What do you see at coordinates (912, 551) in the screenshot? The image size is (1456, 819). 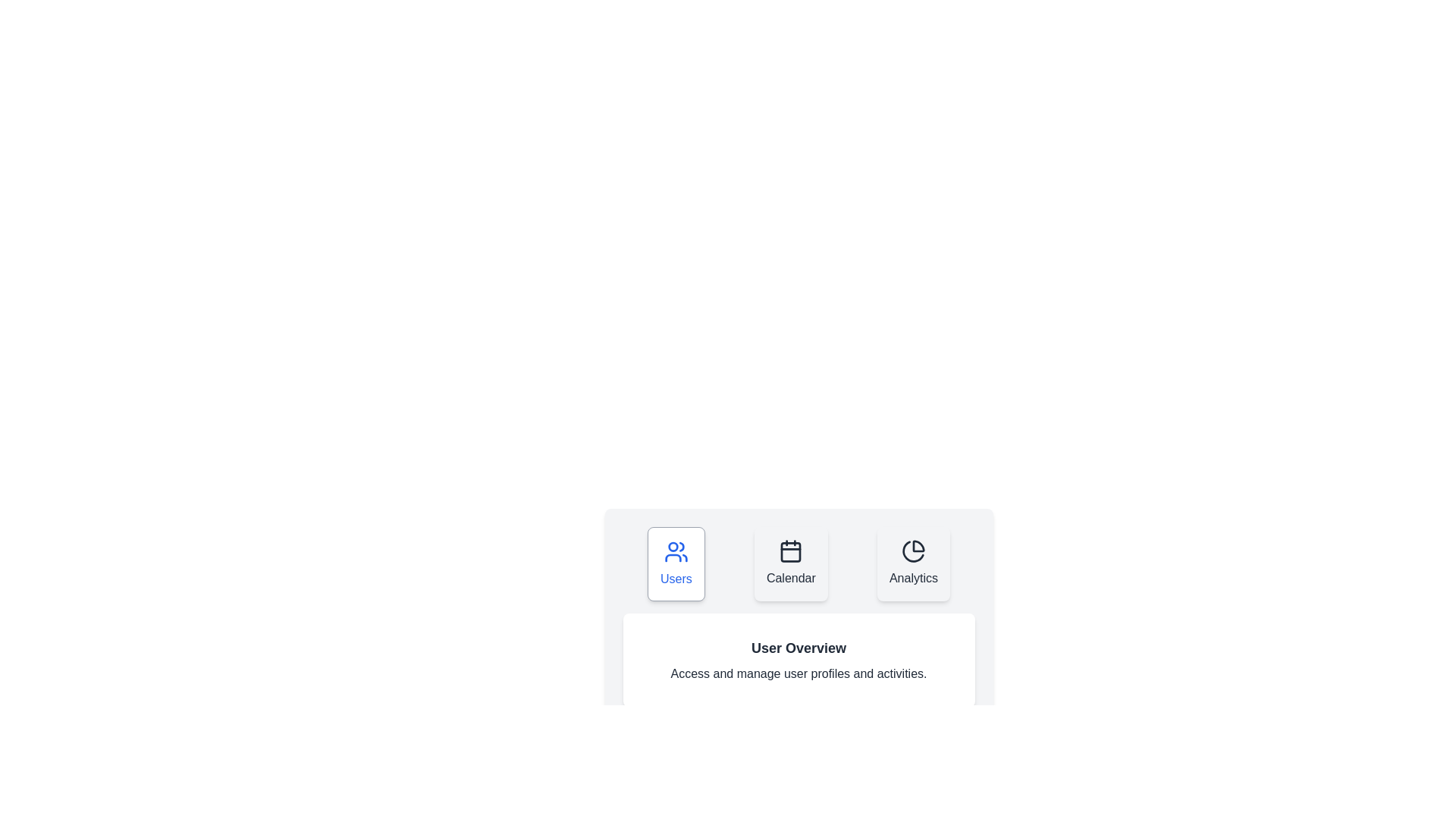 I see `the 'Analytics' icon located within the 'Analytics' button, which is the third item in a horizontal row of user options` at bounding box center [912, 551].